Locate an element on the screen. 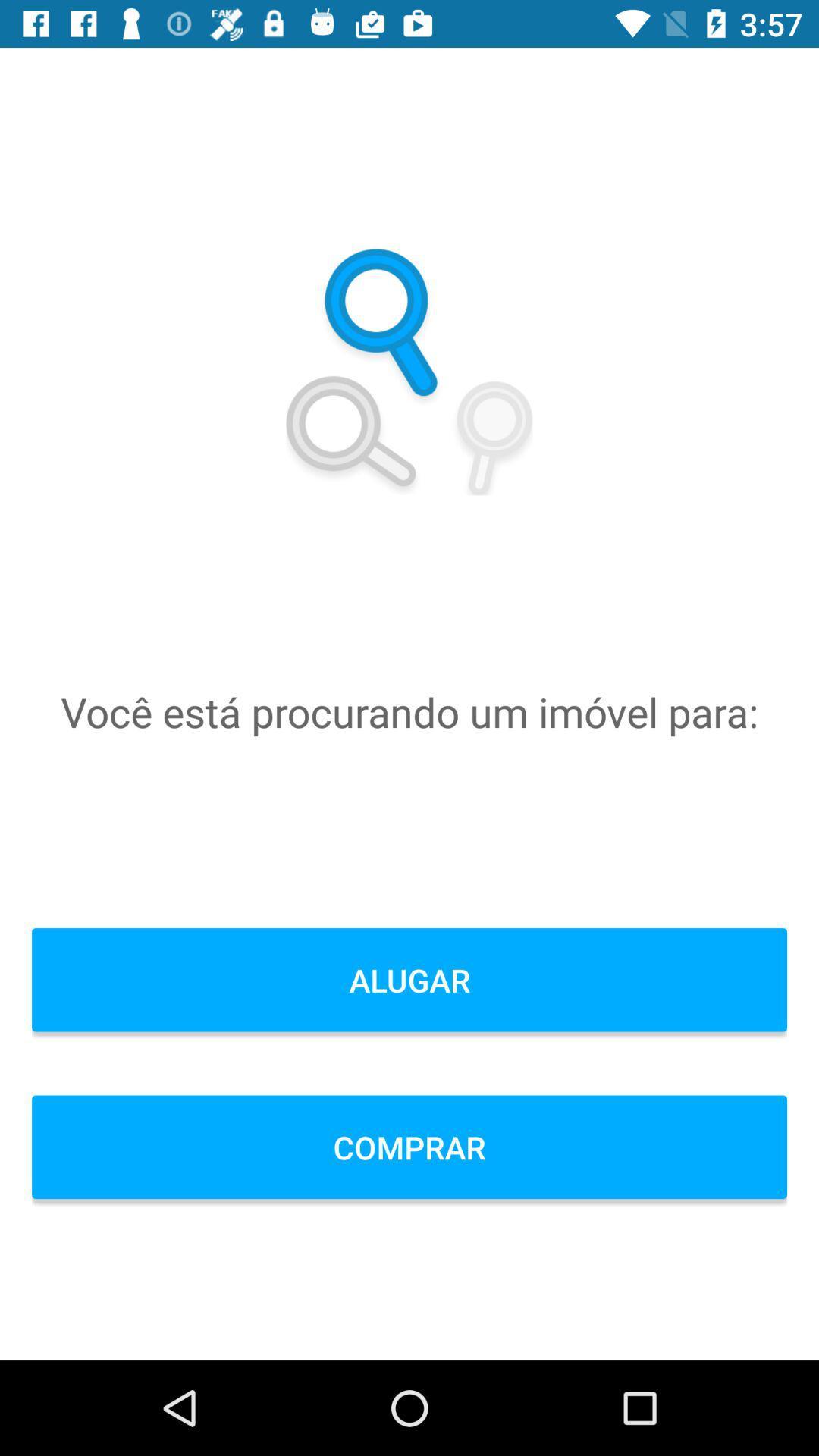 The width and height of the screenshot is (819, 1456). alugar icon is located at coordinates (409, 980).